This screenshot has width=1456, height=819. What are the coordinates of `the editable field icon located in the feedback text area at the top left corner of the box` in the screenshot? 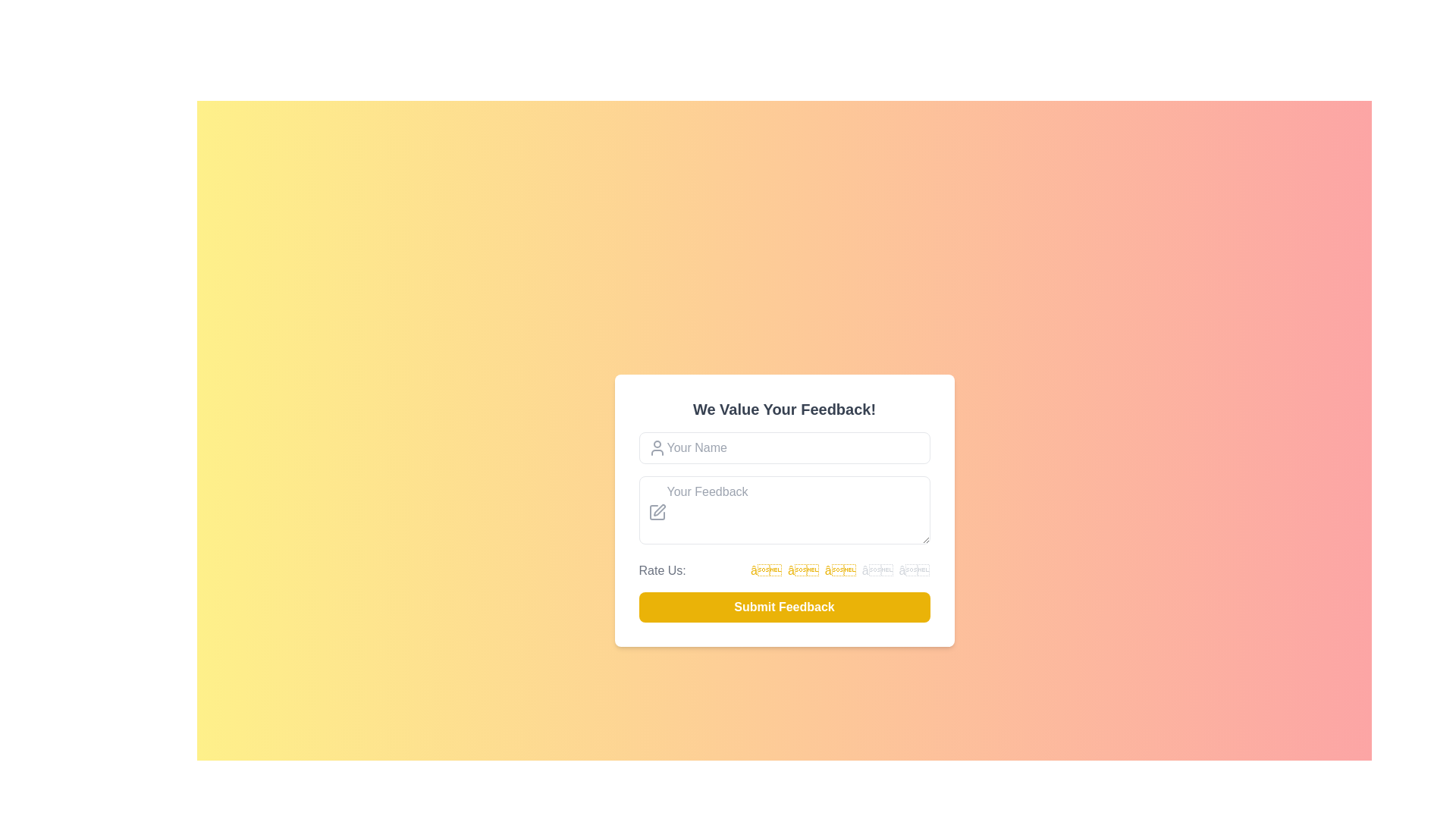 It's located at (659, 510).